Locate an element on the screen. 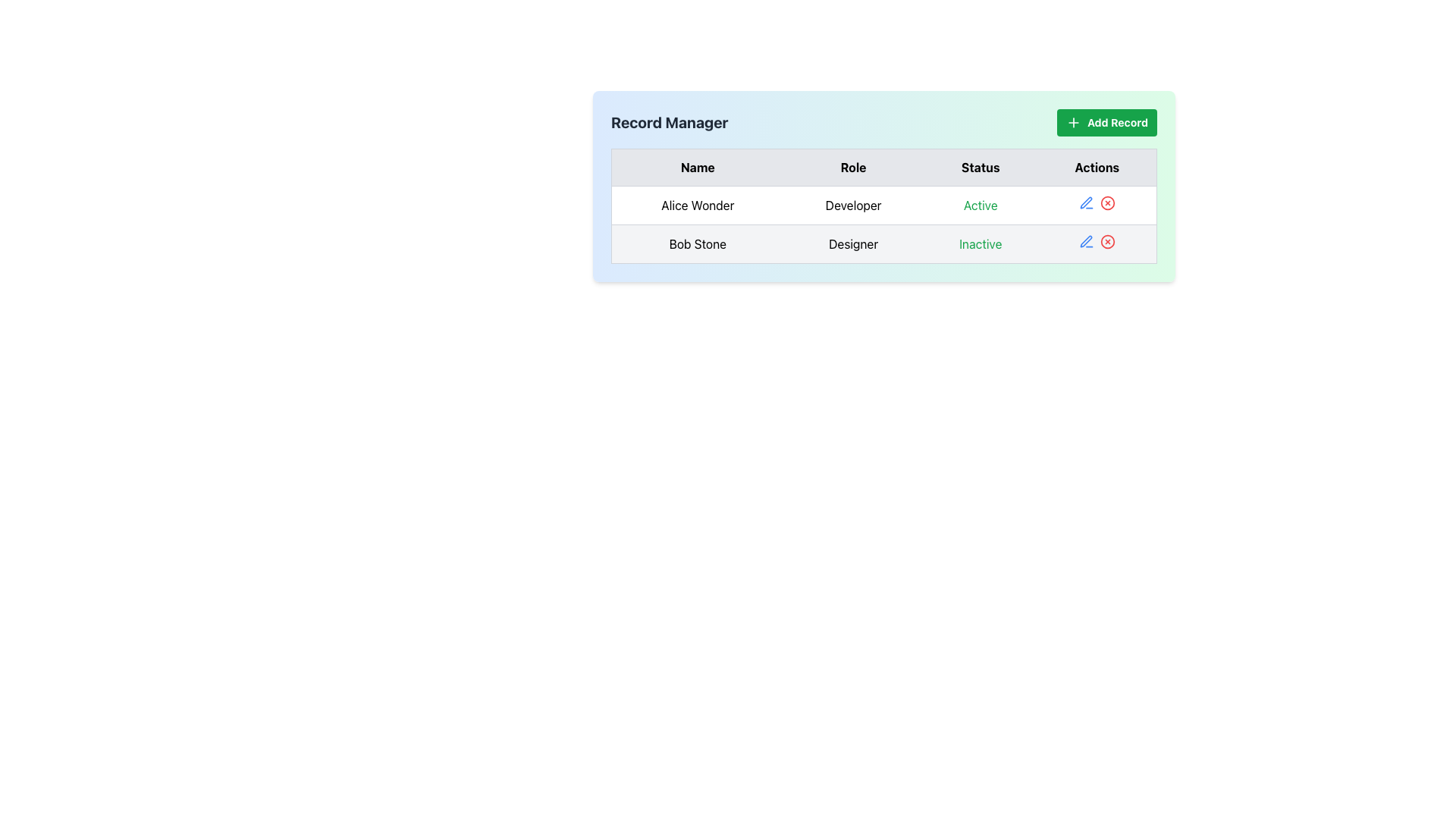 The image size is (1456, 819). the edit icon in the Table Action Cell for the first row, associated with the entry 'Alice Wonder' is located at coordinates (1097, 205).